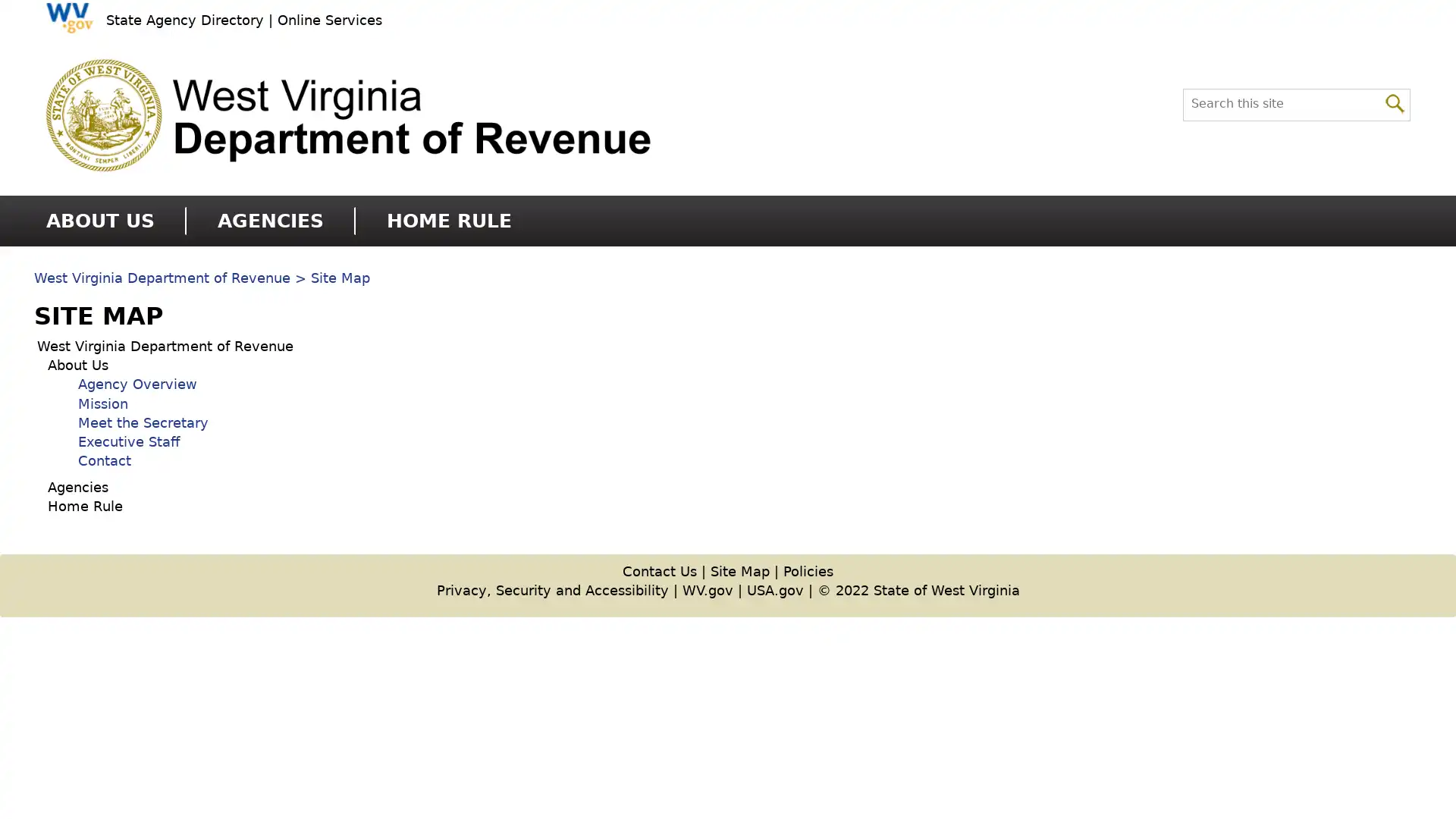 The height and width of the screenshot is (819, 1456). Describe the element at coordinates (1395, 102) in the screenshot. I see `Search` at that location.